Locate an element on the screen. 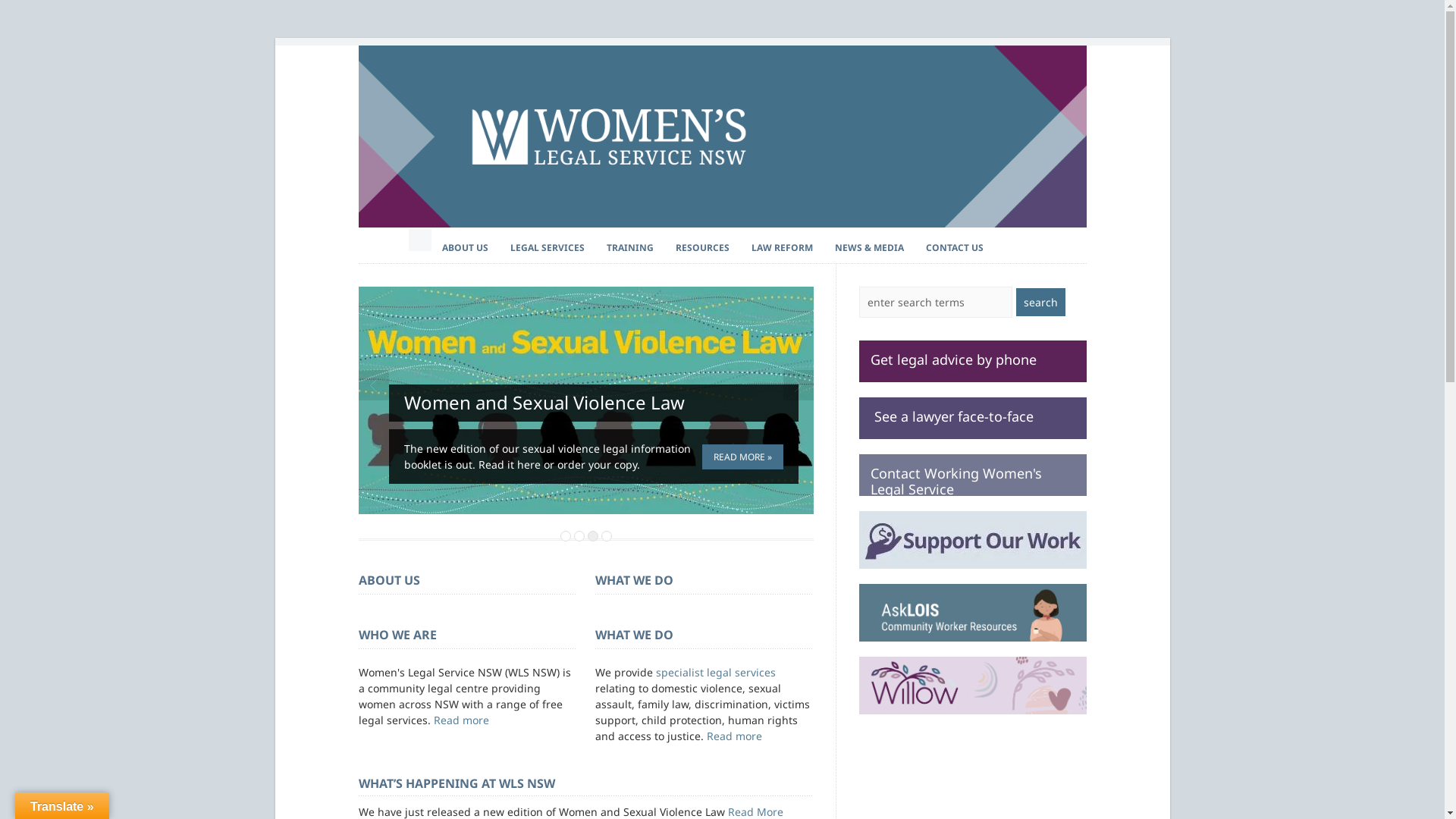 The width and height of the screenshot is (1456, 819). 'LEGAL SERVICES' is located at coordinates (498, 247).